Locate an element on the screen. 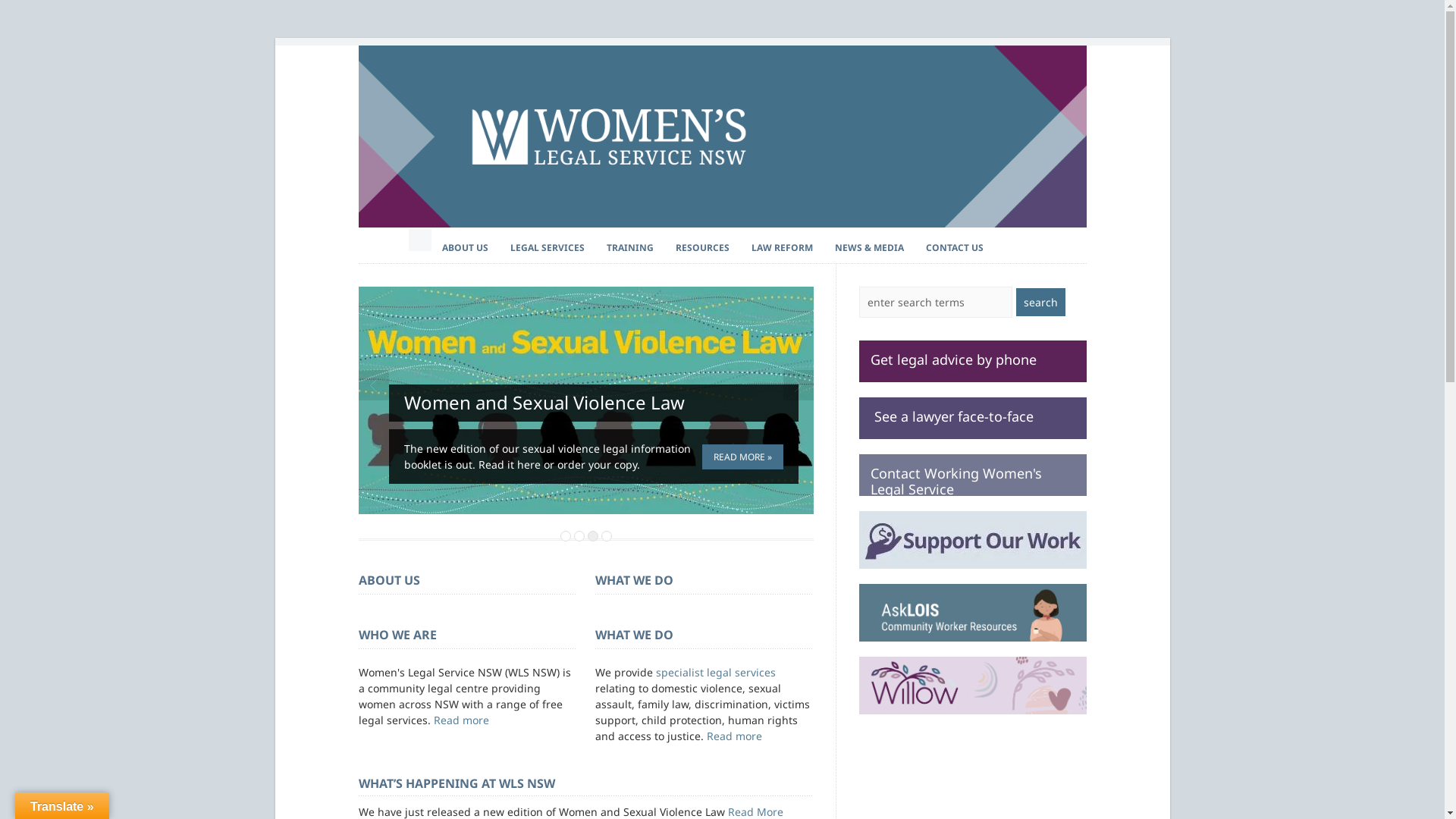 The width and height of the screenshot is (1456, 819). 'LEGAL SERVICES' is located at coordinates (498, 247).